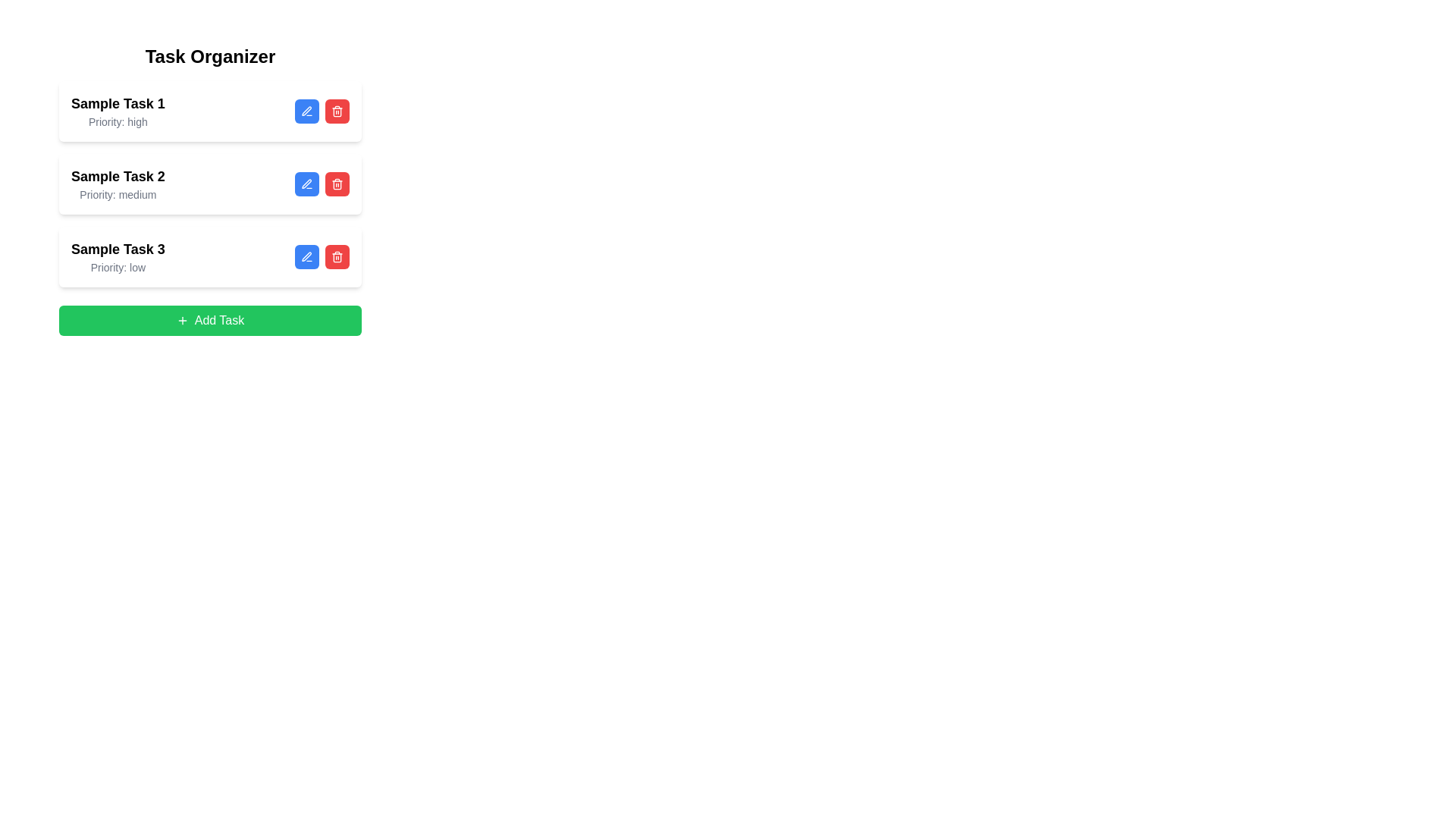  Describe the element at coordinates (337, 110) in the screenshot. I see `the red trash can icon button on the right side of 'Sample Task 1'` at that location.